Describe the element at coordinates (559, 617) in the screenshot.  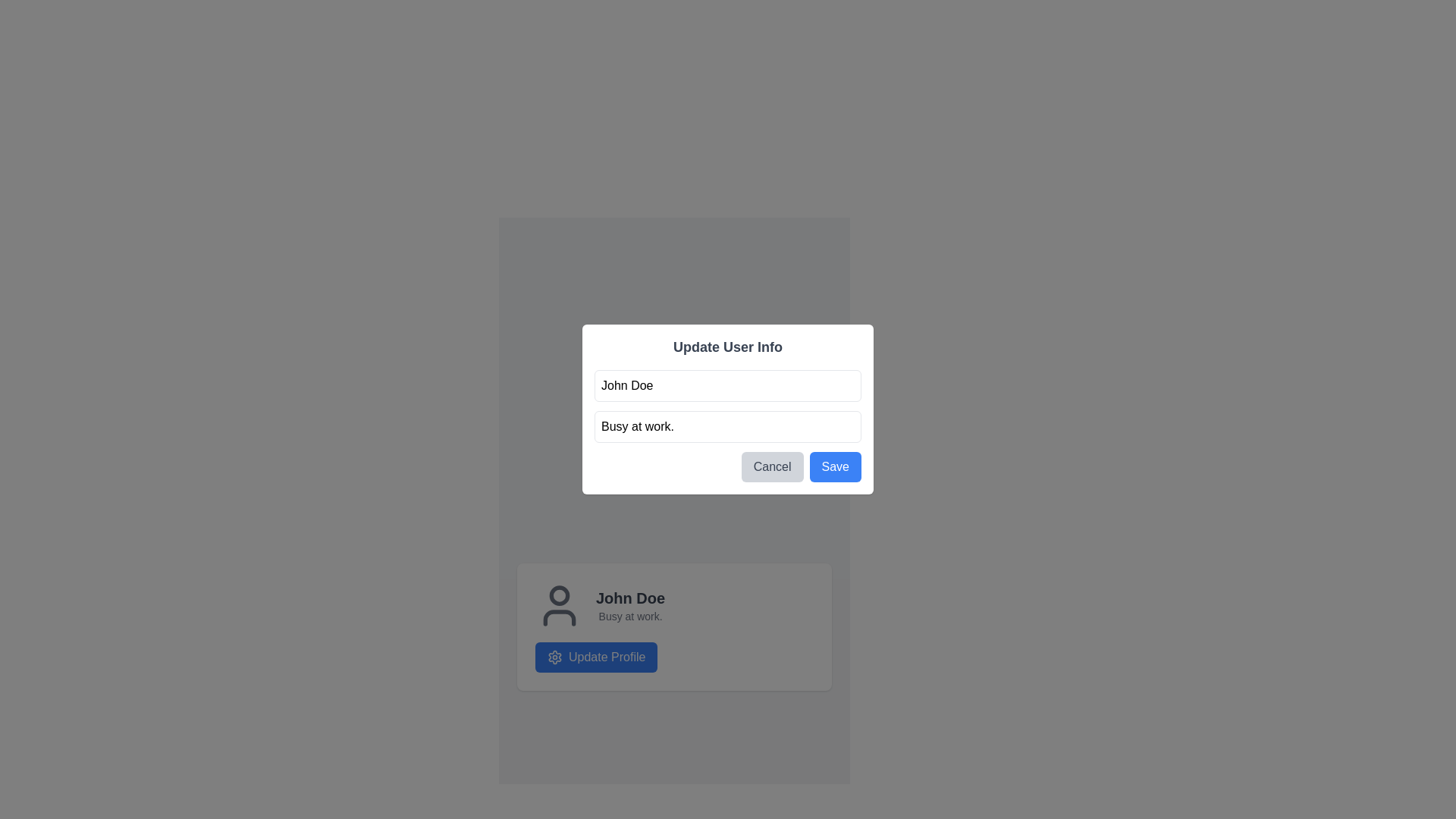
I see `the lower part of the user profile icon in the profile card located below the dialog box` at that location.